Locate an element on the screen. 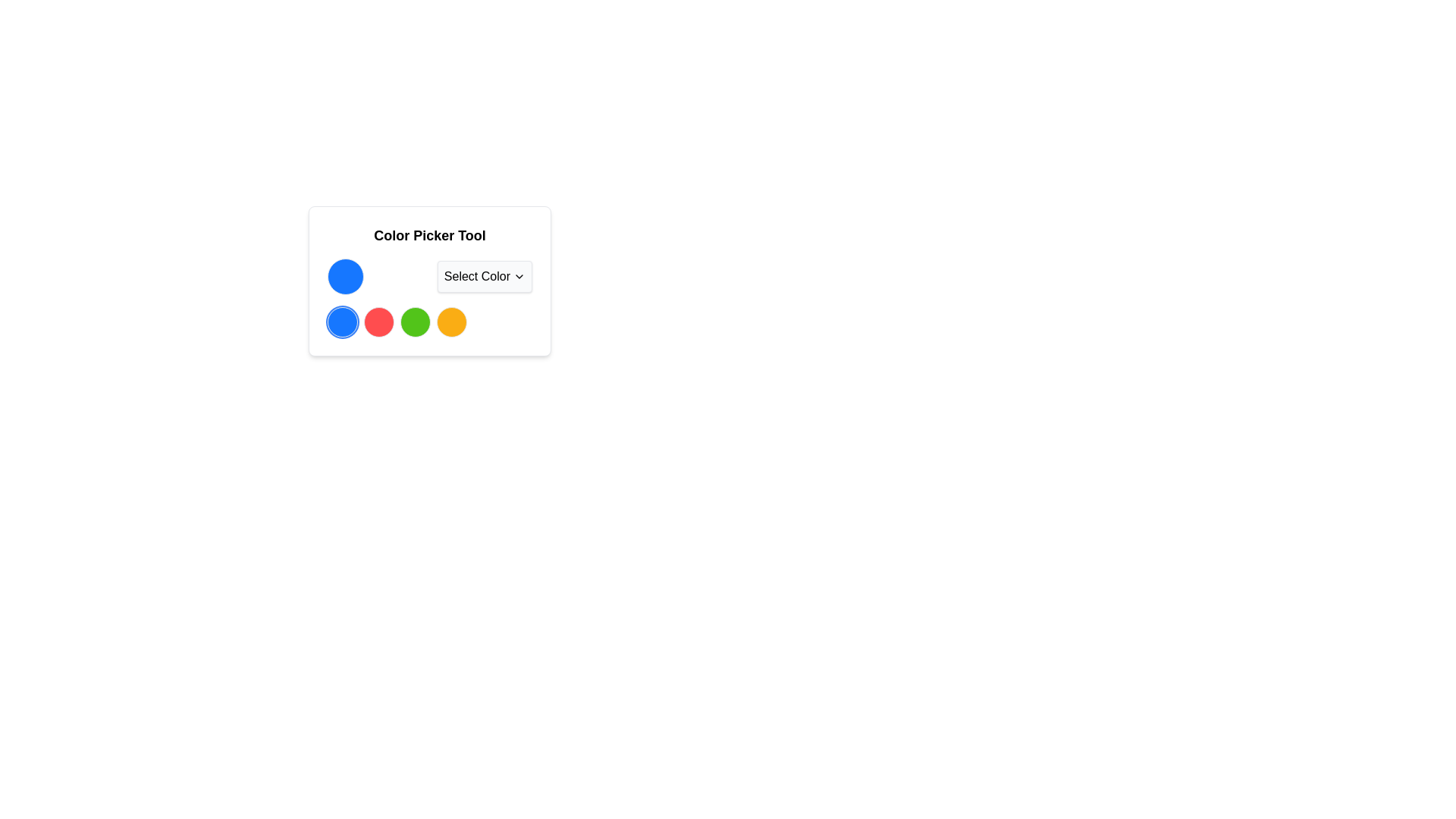 The width and height of the screenshot is (1456, 819). the text label 'Color Picker Tool', which is bold, centered, and styled with a large font size in black on a white background, located at the top of a card-like component is located at coordinates (428, 236).